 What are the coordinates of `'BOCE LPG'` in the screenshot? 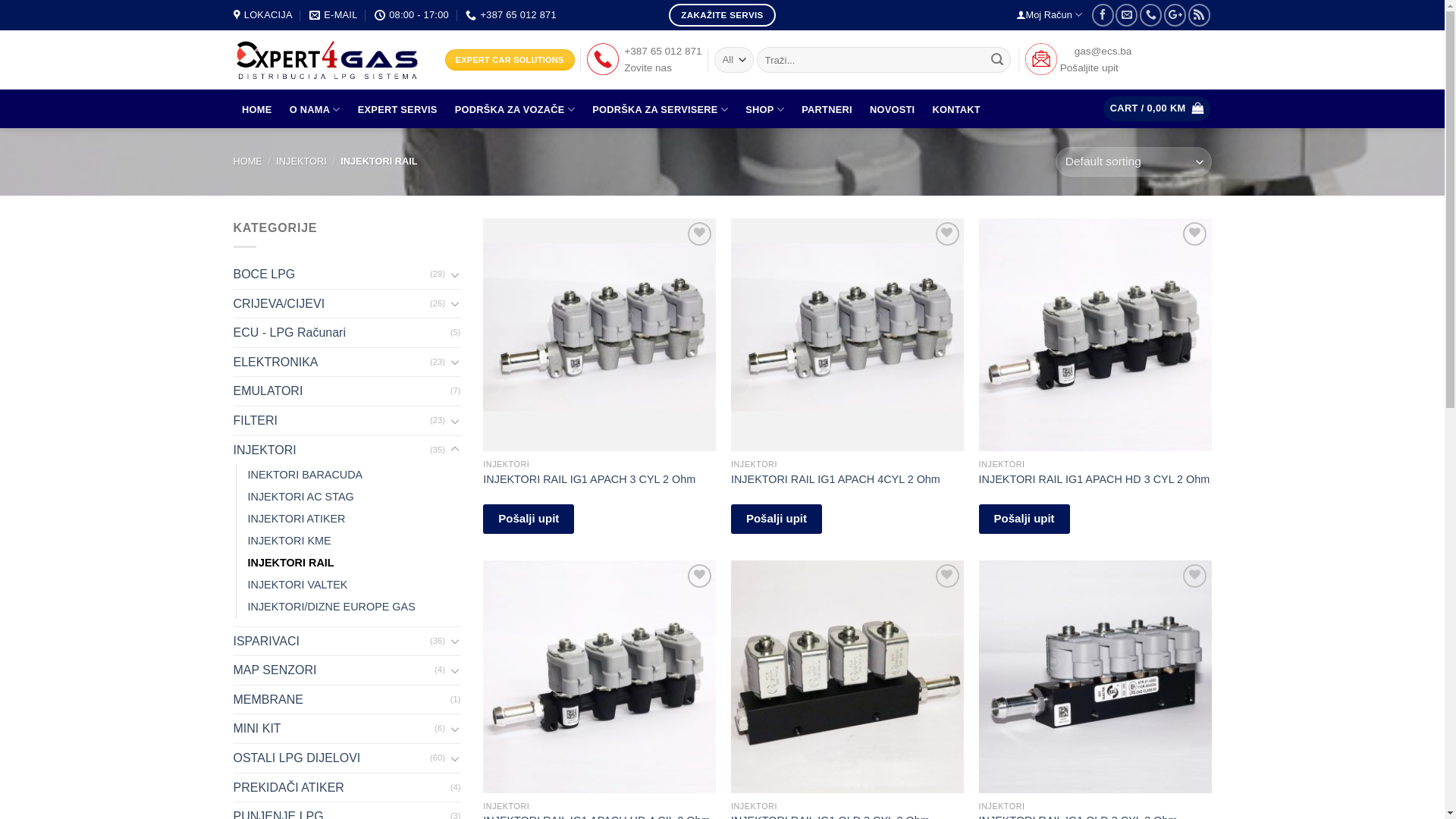 It's located at (331, 275).